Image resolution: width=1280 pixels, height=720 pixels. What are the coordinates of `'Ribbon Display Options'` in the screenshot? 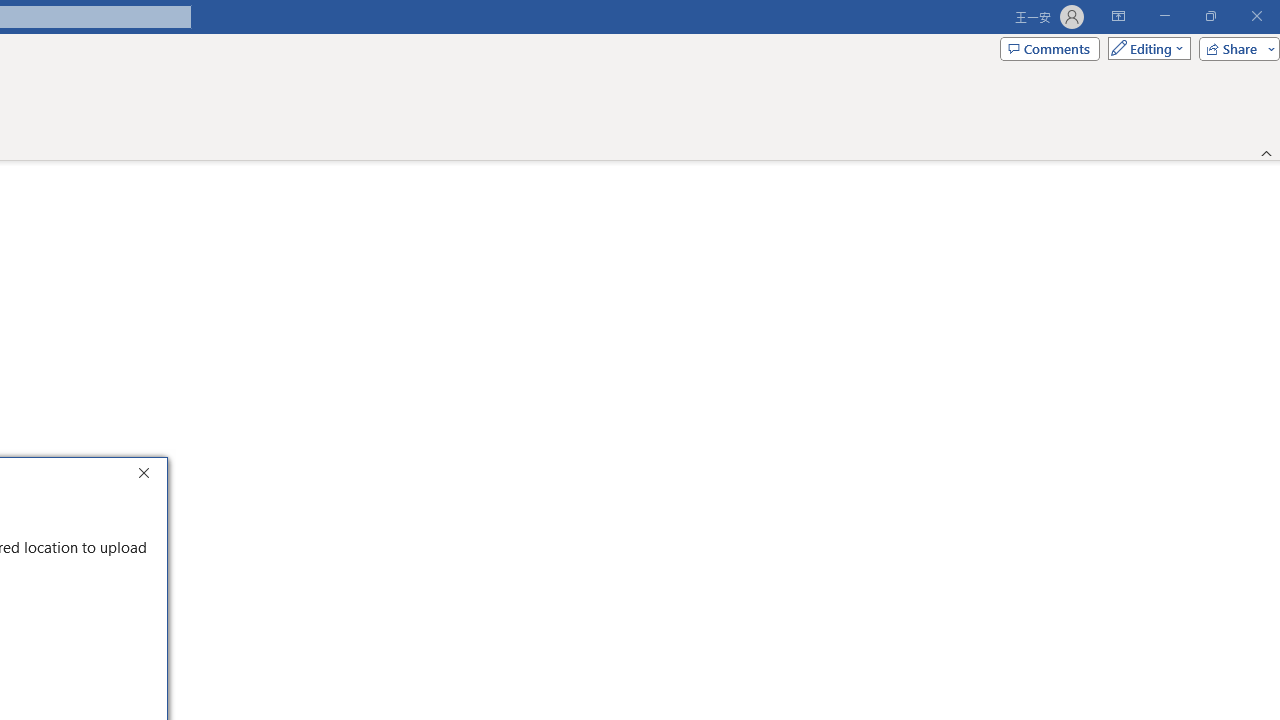 It's located at (1117, 16).